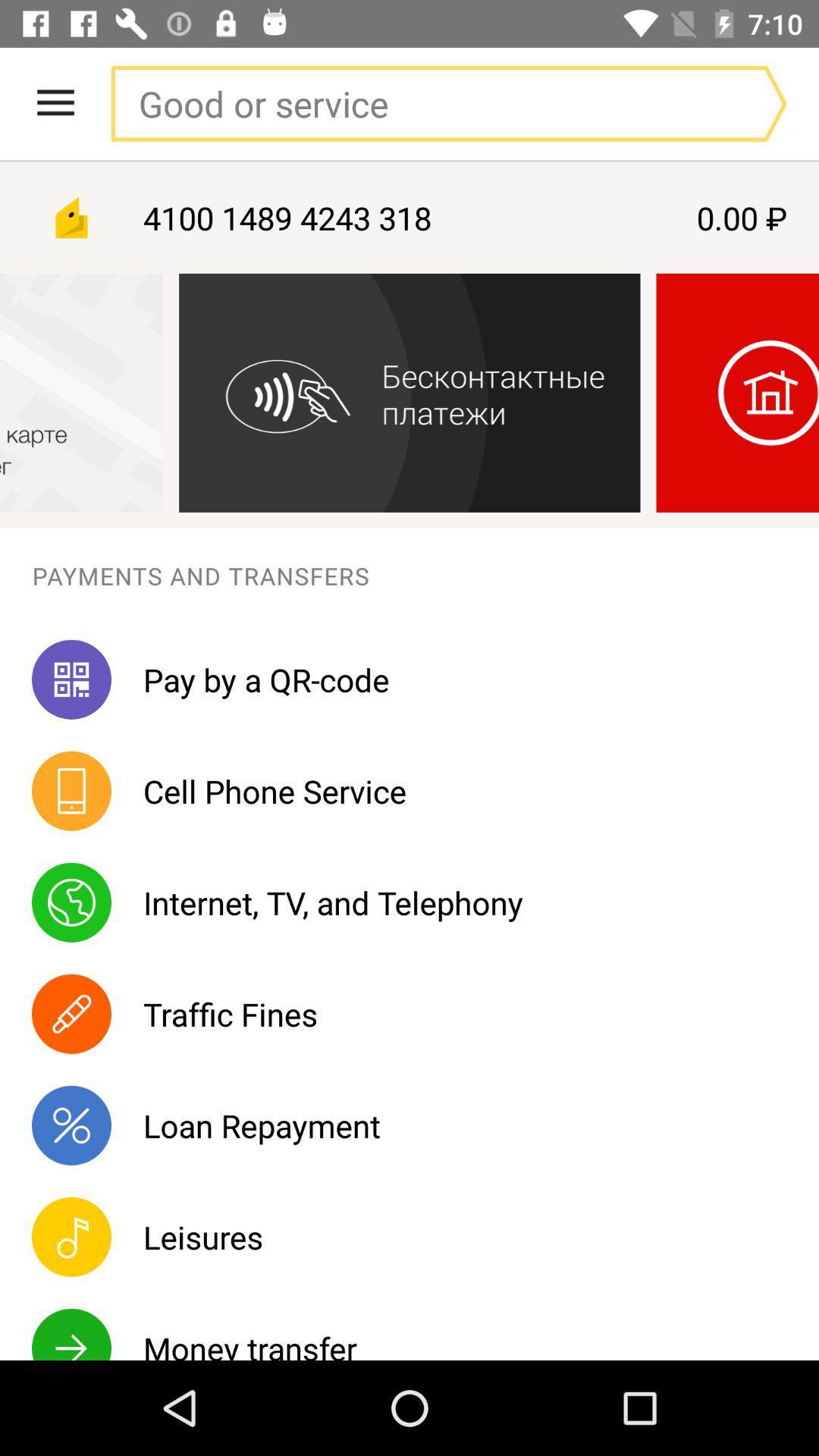 The width and height of the screenshot is (819, 1456). Describe the element at coordinates (418, 102) in the screenshot. I see `serch for good or service` at that location.